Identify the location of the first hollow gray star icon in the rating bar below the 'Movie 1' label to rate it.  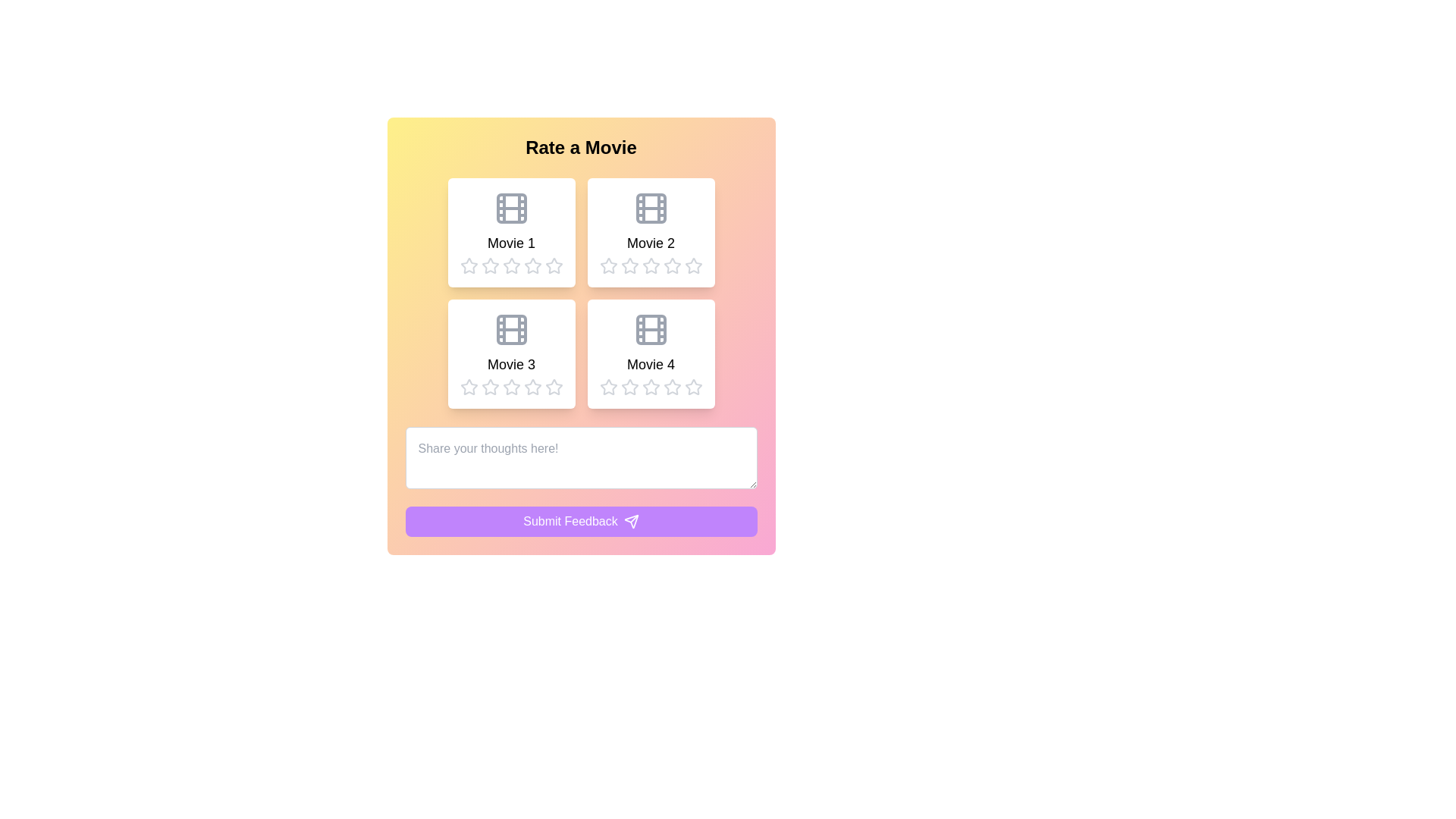
(490, 265).